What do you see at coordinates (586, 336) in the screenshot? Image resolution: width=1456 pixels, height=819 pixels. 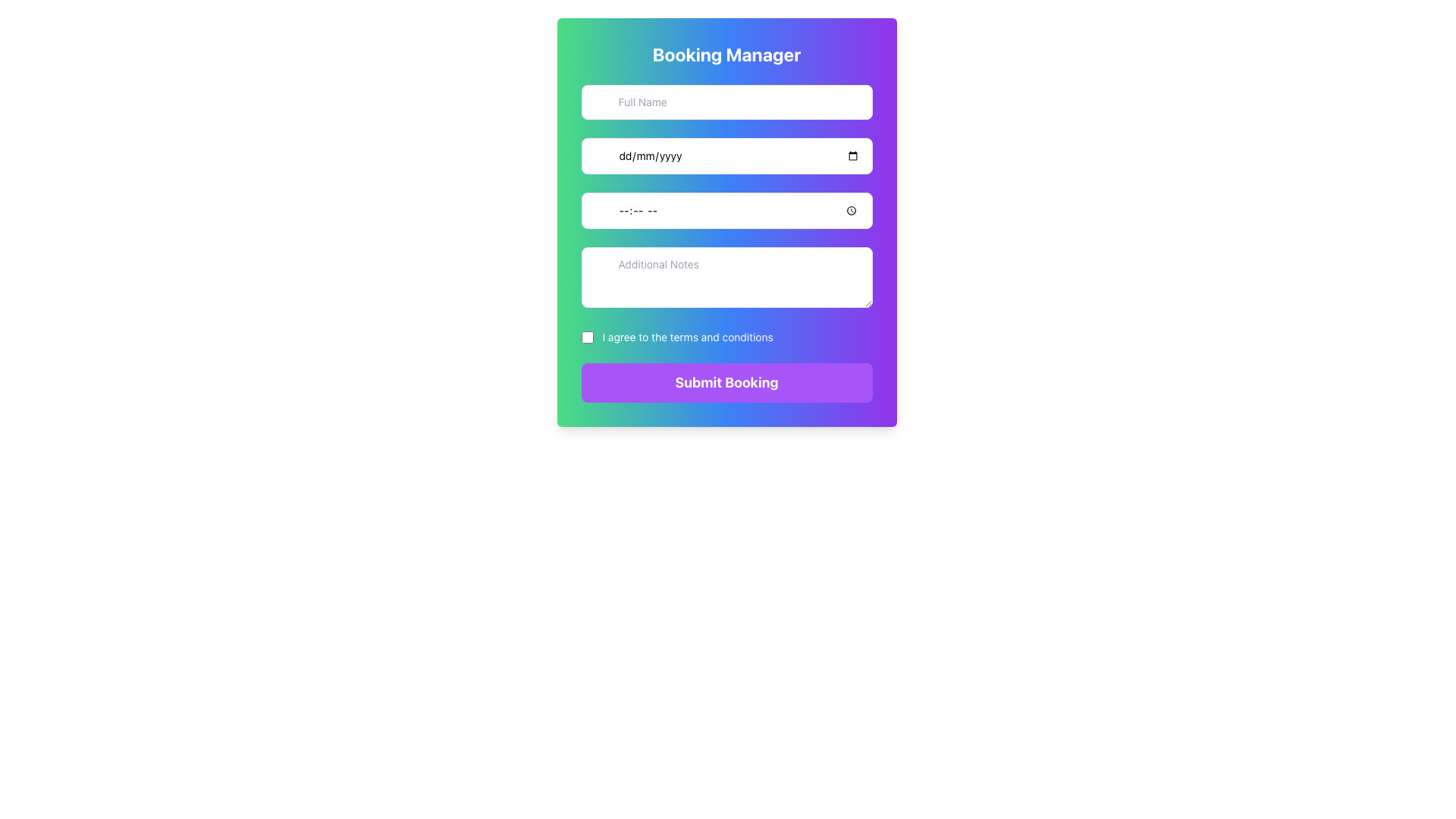 I see `the checkbox located to the far left of the label 'I agree to the terms and conditions'` at bounding box center [586, 336].